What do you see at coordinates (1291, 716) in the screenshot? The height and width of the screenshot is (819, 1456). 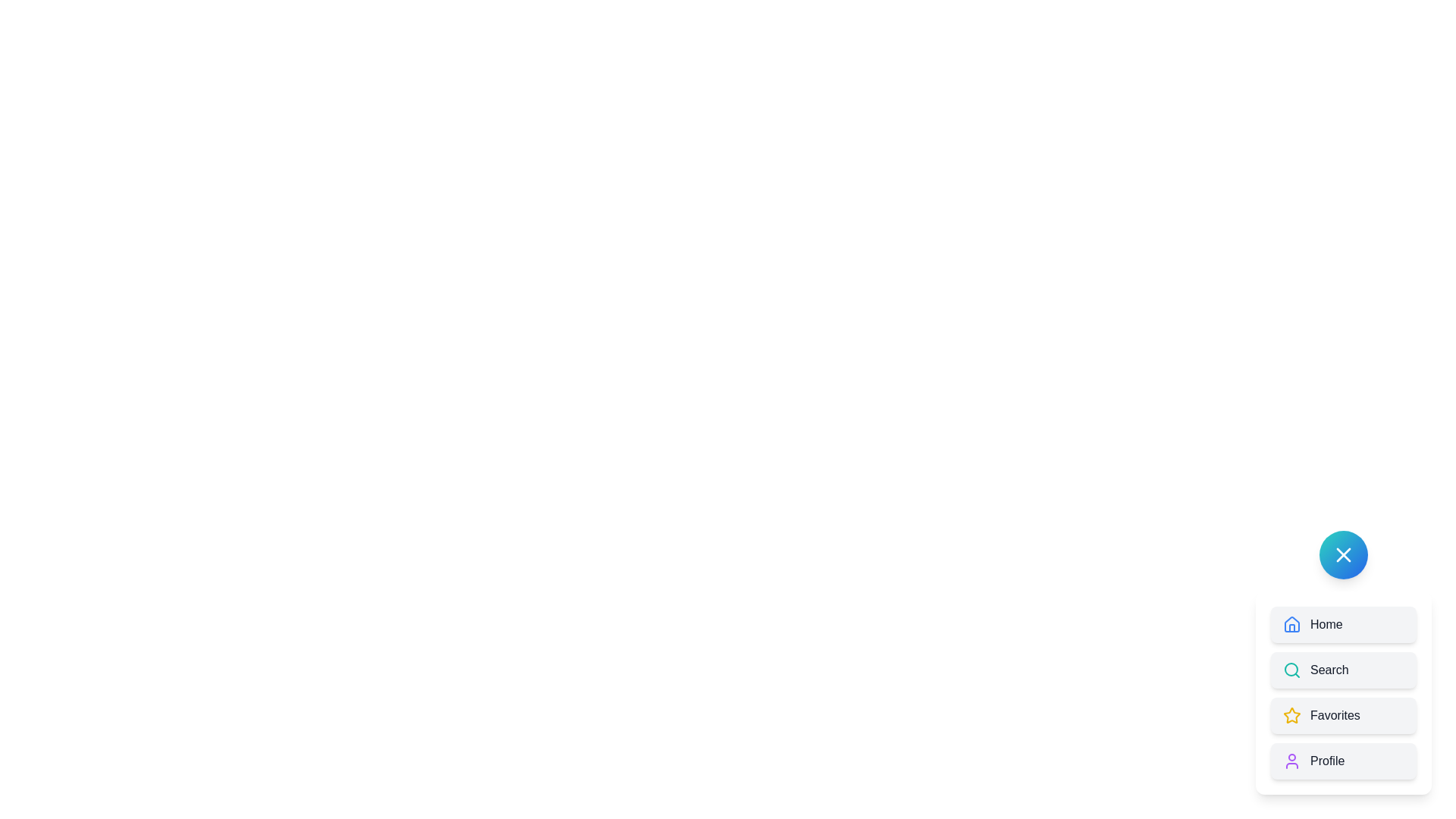 I see `the yellow outlined star icon located to the left of the 'Favorites' label in the menu list` at bounding box center [1291, 716].